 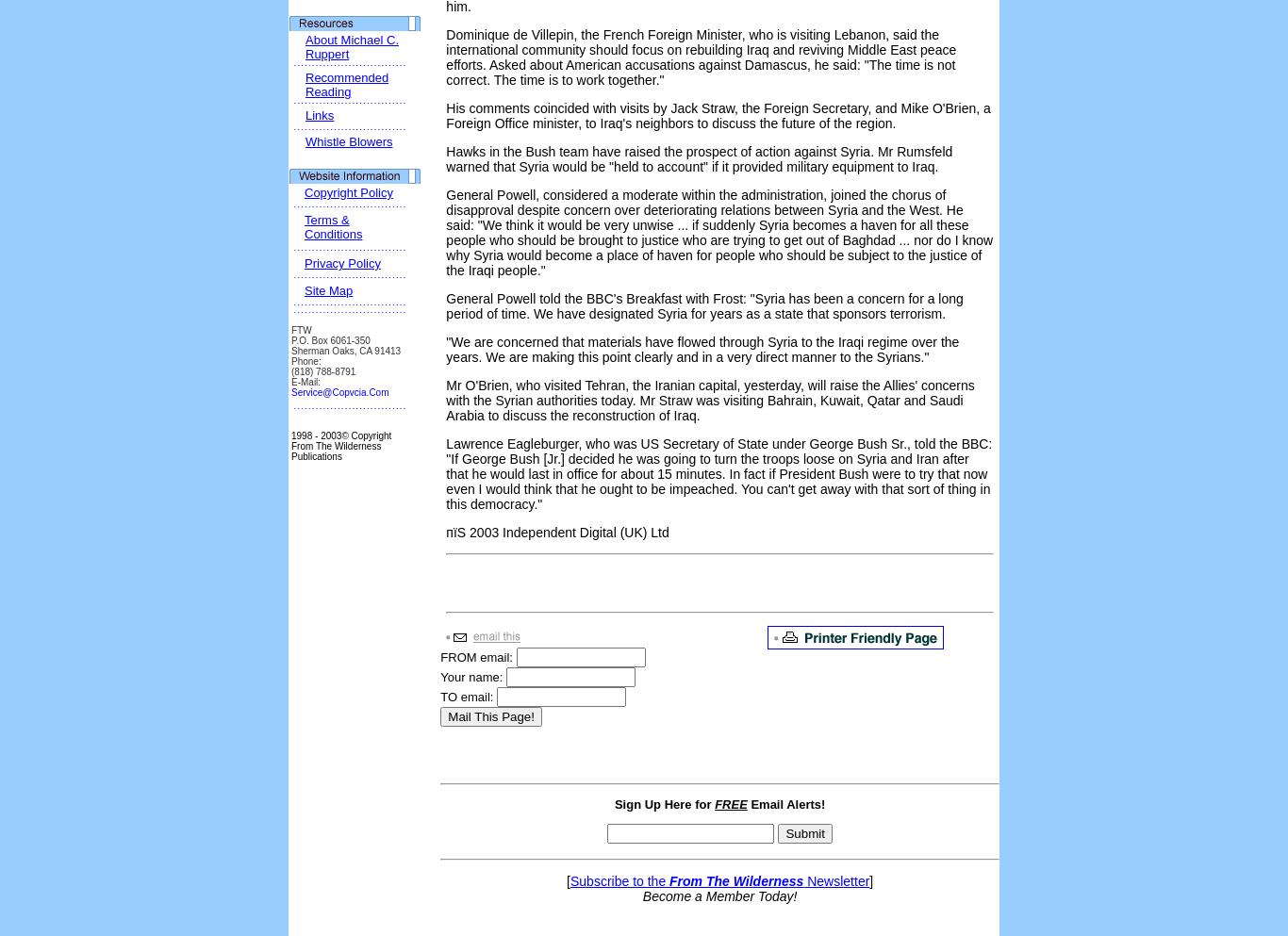 I want to click on 'Terms & Conditions', so click(x=305, y=225).